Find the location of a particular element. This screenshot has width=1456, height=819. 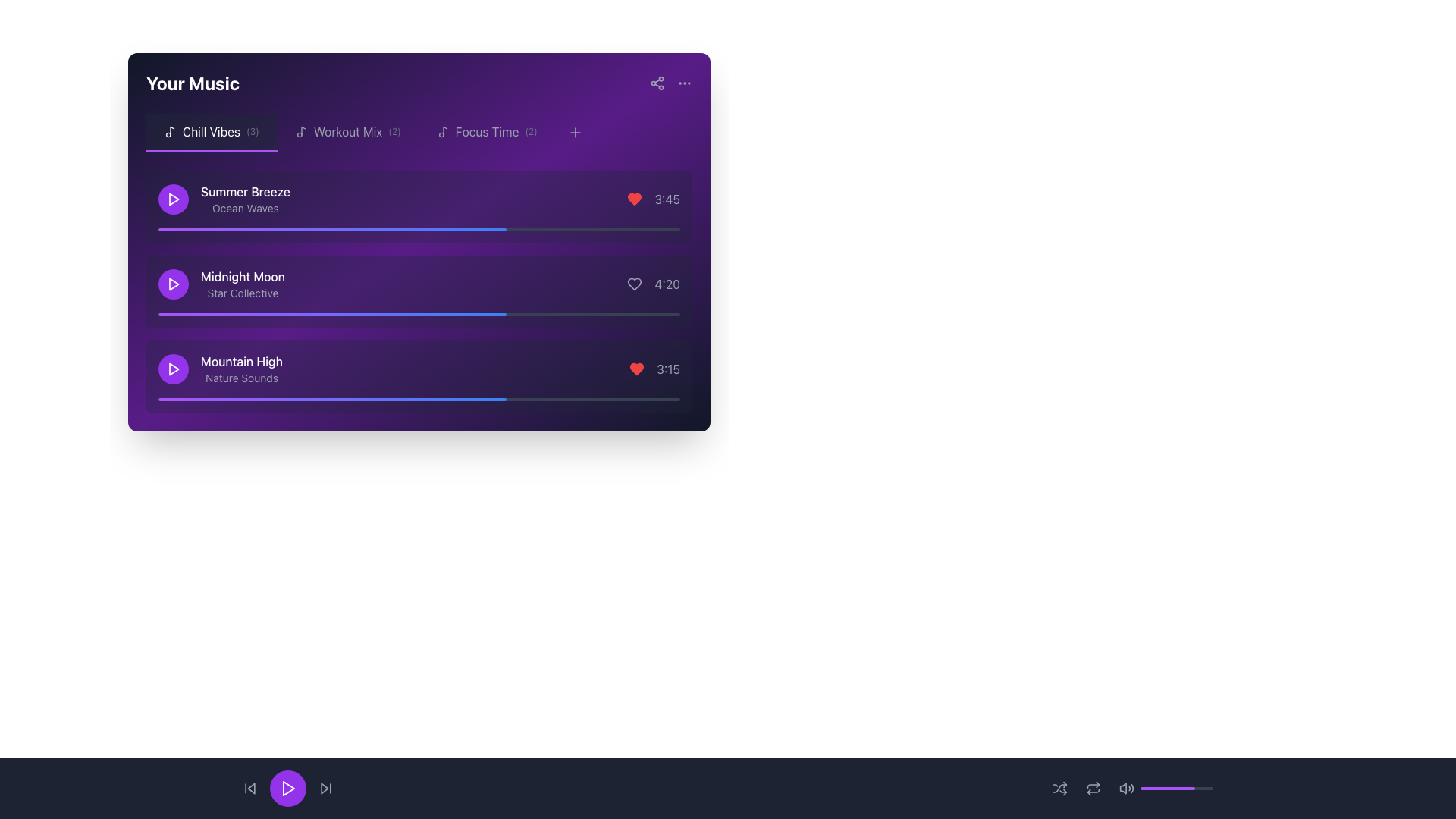

text displayed in the text block titled 'Midnight Moon' and 'Star Collective', which is the second item in the music list 'Chill Vibes', located to the right of the play button is located at coordinates (243, 284).